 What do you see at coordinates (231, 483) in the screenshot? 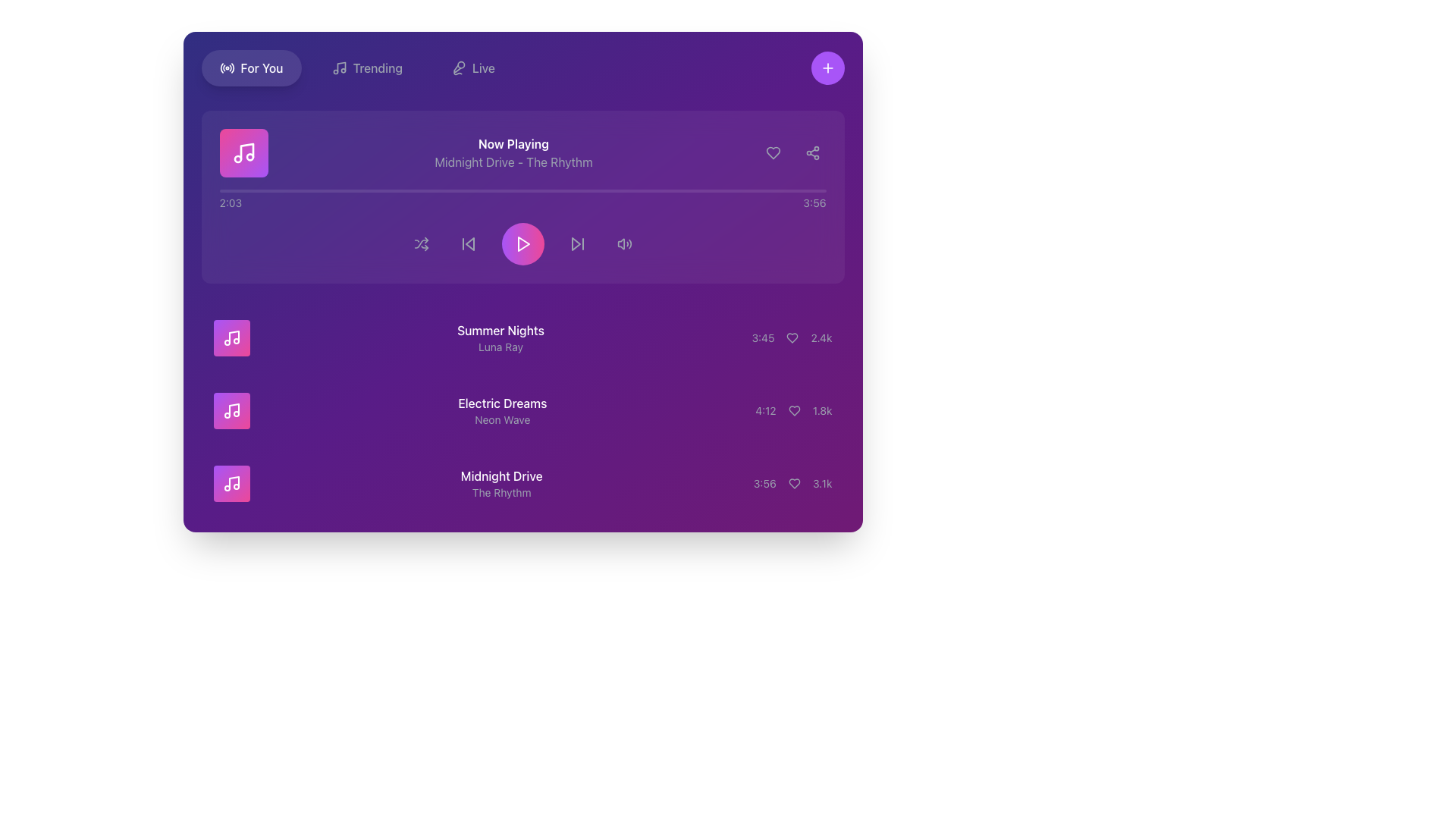
I see `the icon representing the specific song in the vertical list of music-related icons` at bounding box center [231, 483].